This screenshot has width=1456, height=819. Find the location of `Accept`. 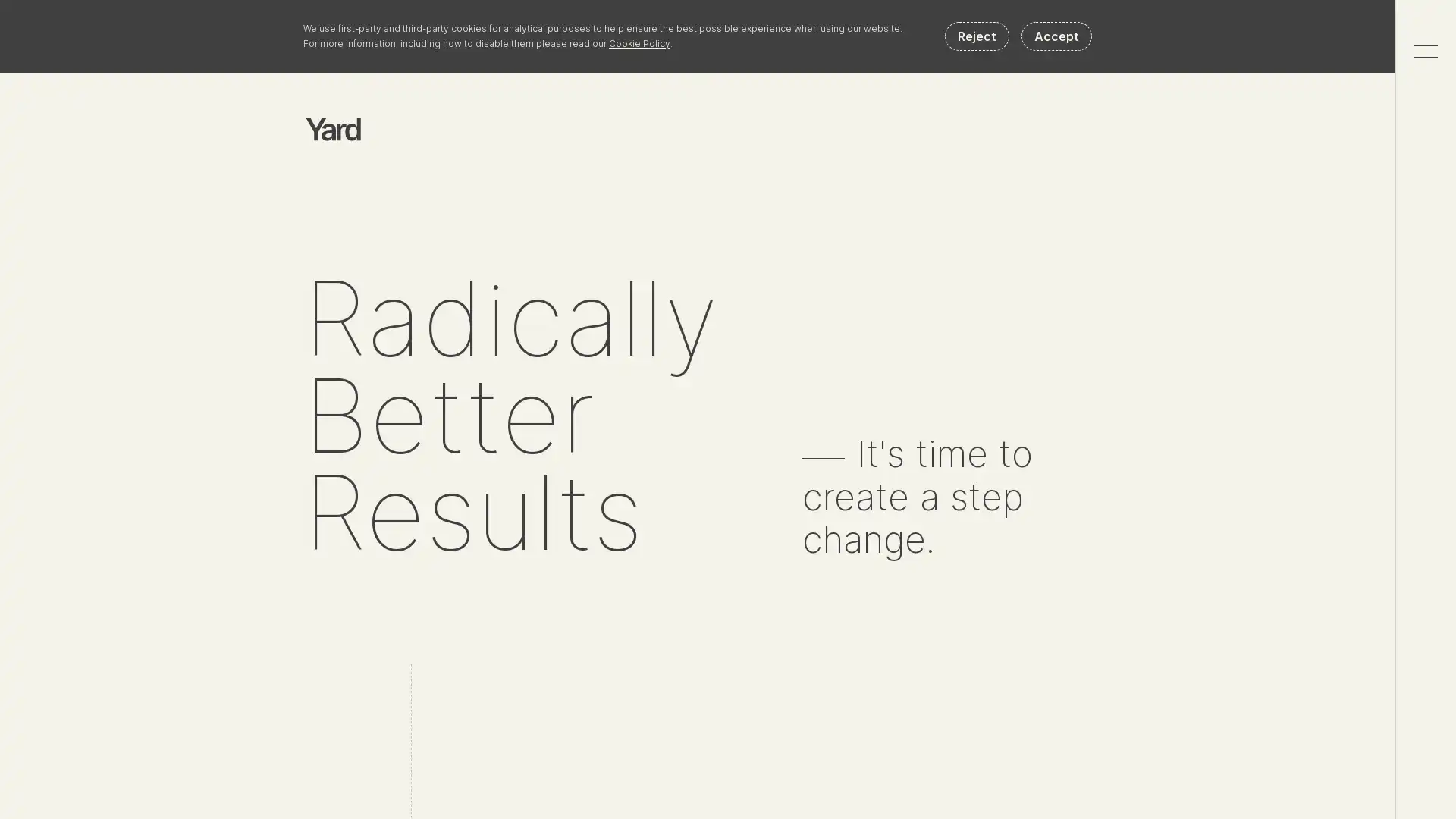

Accept is located at coordinates (1056, 35).